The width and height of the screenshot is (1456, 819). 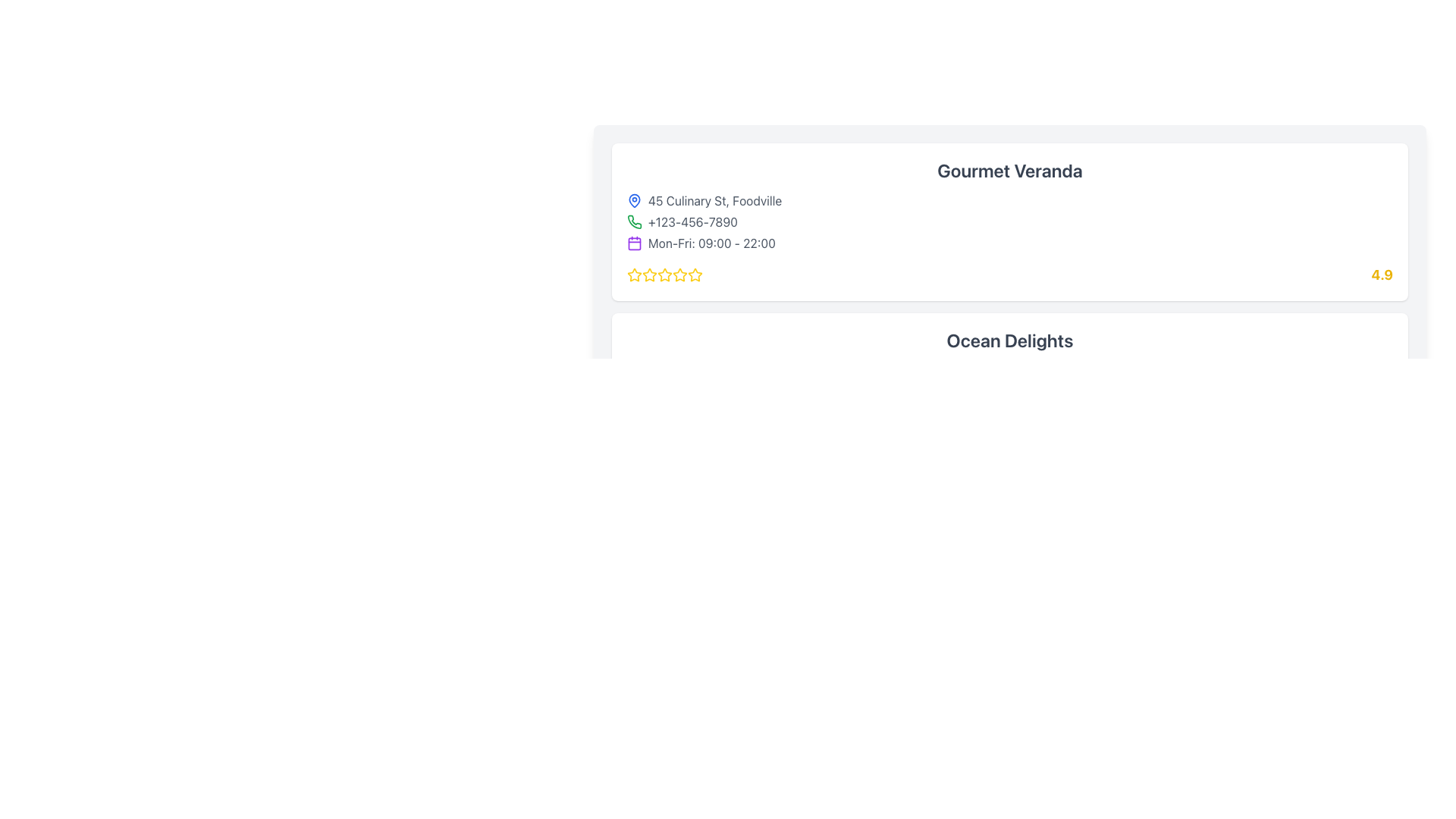 I want to click on the fourth star icon in the rating system for 'Gourmet Veranda', so click(x=679, y=275).